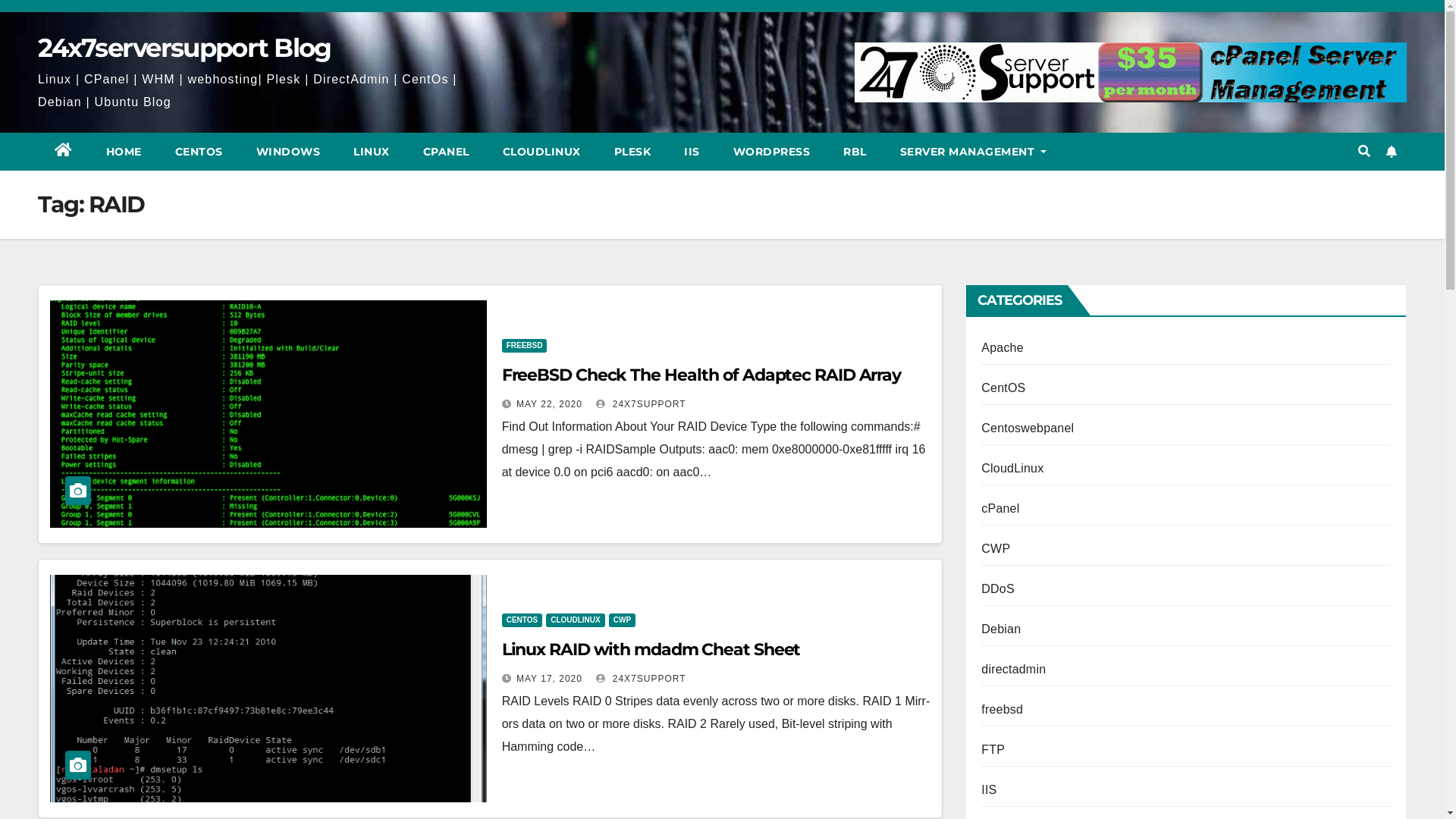 Image resolution: width=1456 pixels, height=819 pixels. What do you see at coordinates (1012, 467) in the screenshot?
I see `'CloudLinux'` at bounding box center [1012, 467].